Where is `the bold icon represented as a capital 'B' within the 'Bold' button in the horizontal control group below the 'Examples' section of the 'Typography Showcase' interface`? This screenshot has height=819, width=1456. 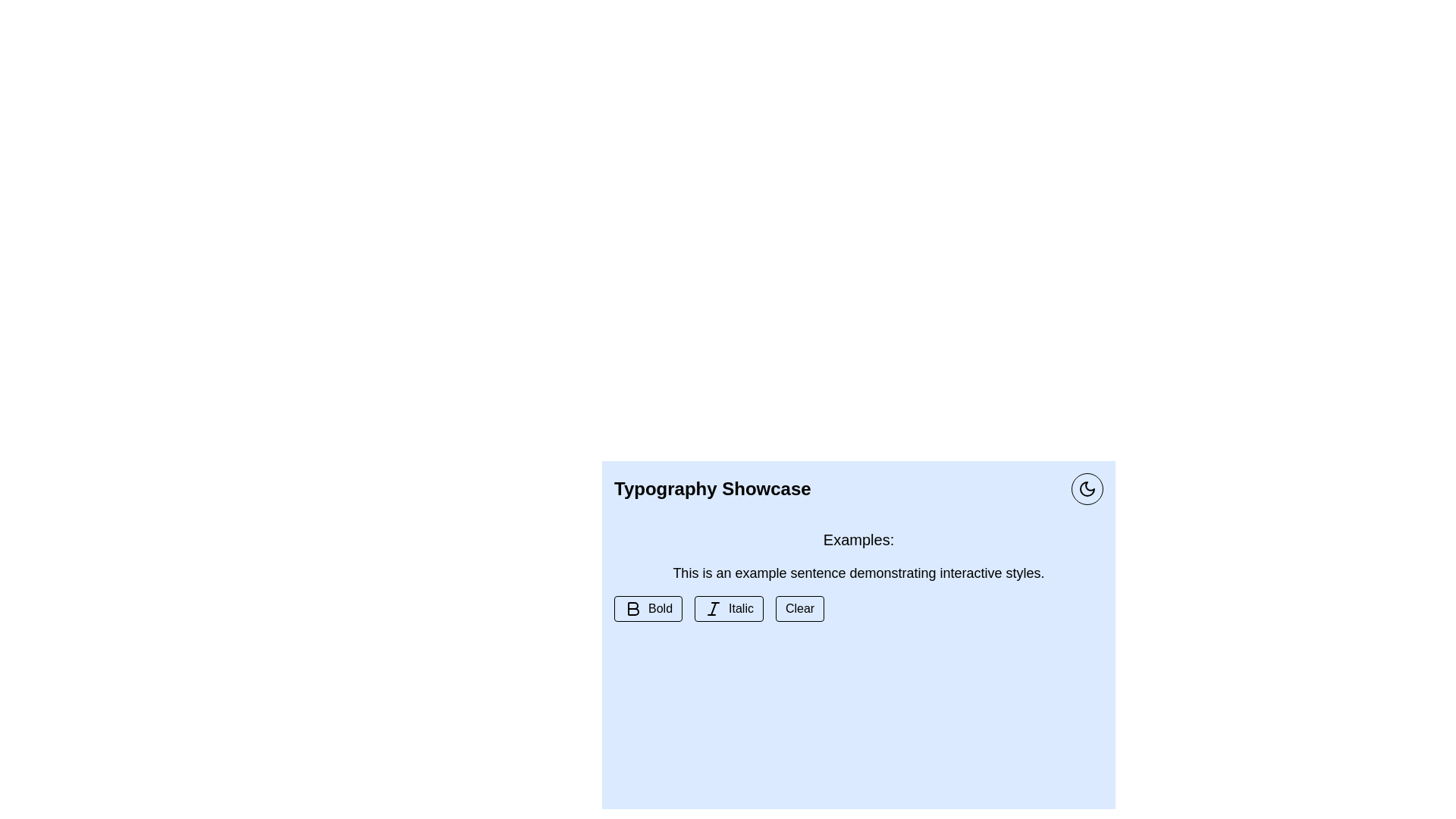
the bold icon represented as a capital 'B' within the 'Bold' button in the horizontal control group below the 'Examples' section of the 'Typography Showcase' interface is located at coordinates (633, 607).